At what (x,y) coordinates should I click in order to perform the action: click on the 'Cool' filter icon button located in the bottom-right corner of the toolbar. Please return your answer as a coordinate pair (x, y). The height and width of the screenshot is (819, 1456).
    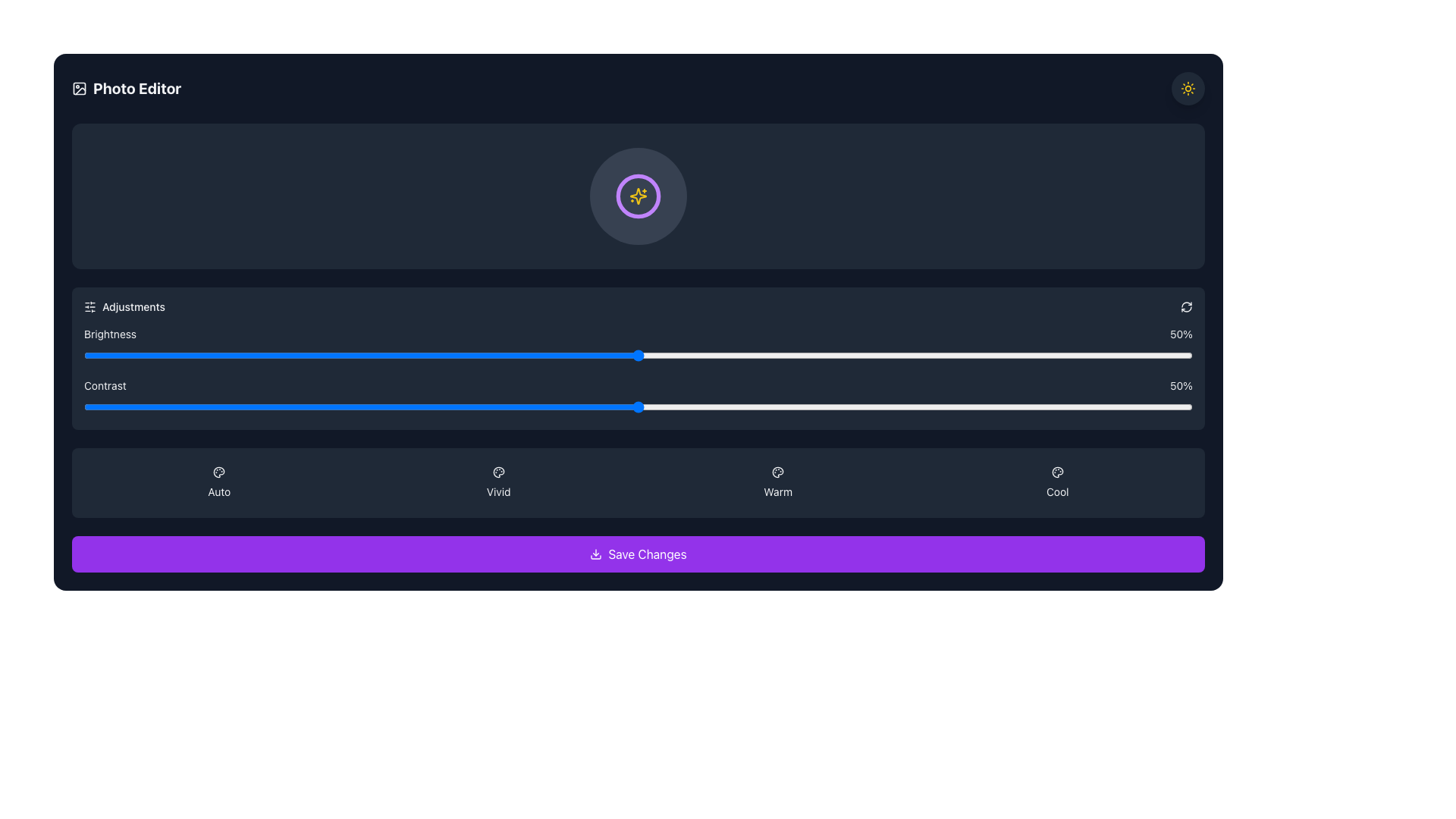
    Looking at the image, I should click on (1056, 472).